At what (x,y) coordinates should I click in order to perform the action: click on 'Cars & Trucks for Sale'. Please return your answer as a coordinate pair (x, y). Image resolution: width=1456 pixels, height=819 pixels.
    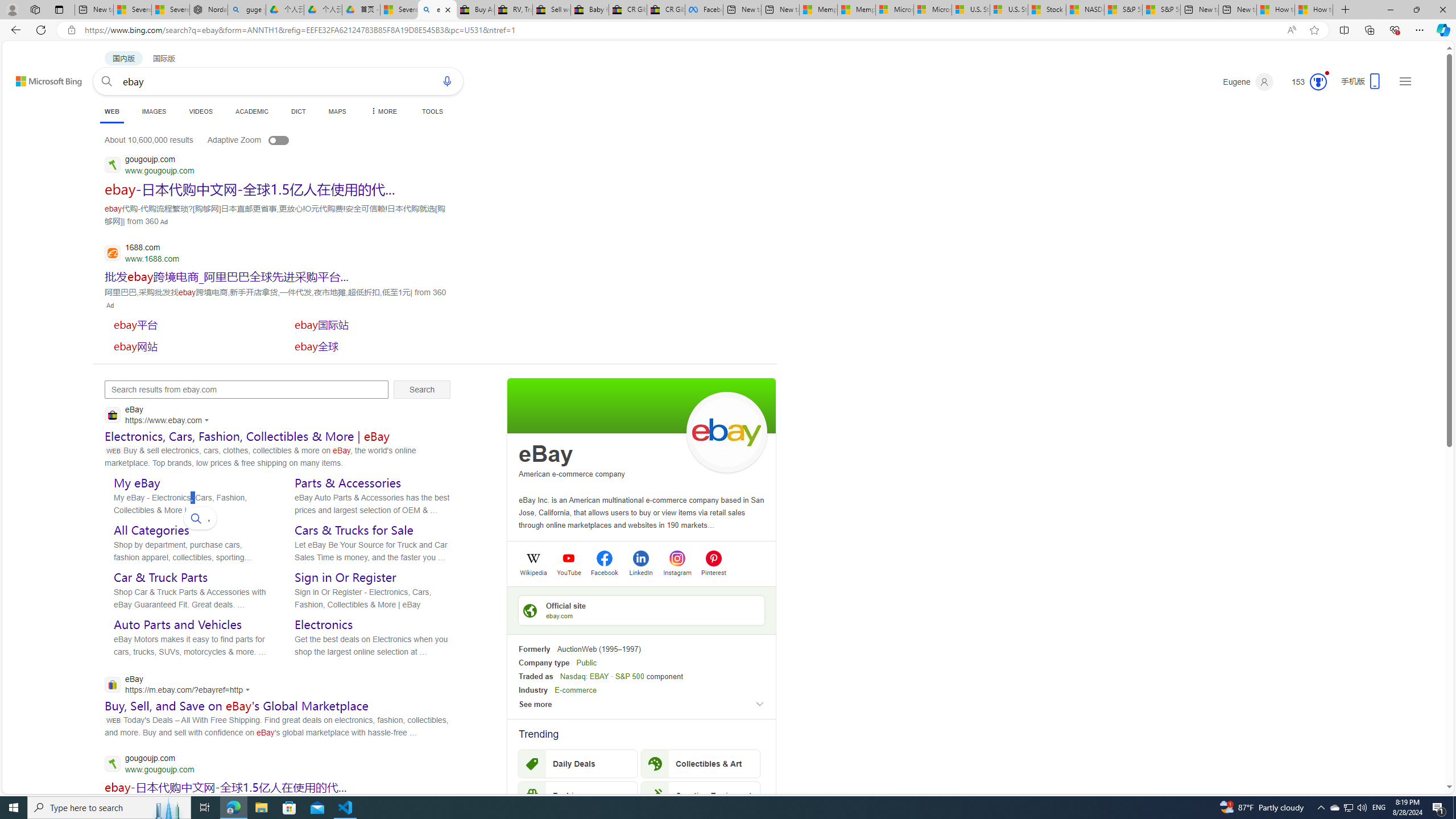
    Looking at the image, I should click on (353, 529).